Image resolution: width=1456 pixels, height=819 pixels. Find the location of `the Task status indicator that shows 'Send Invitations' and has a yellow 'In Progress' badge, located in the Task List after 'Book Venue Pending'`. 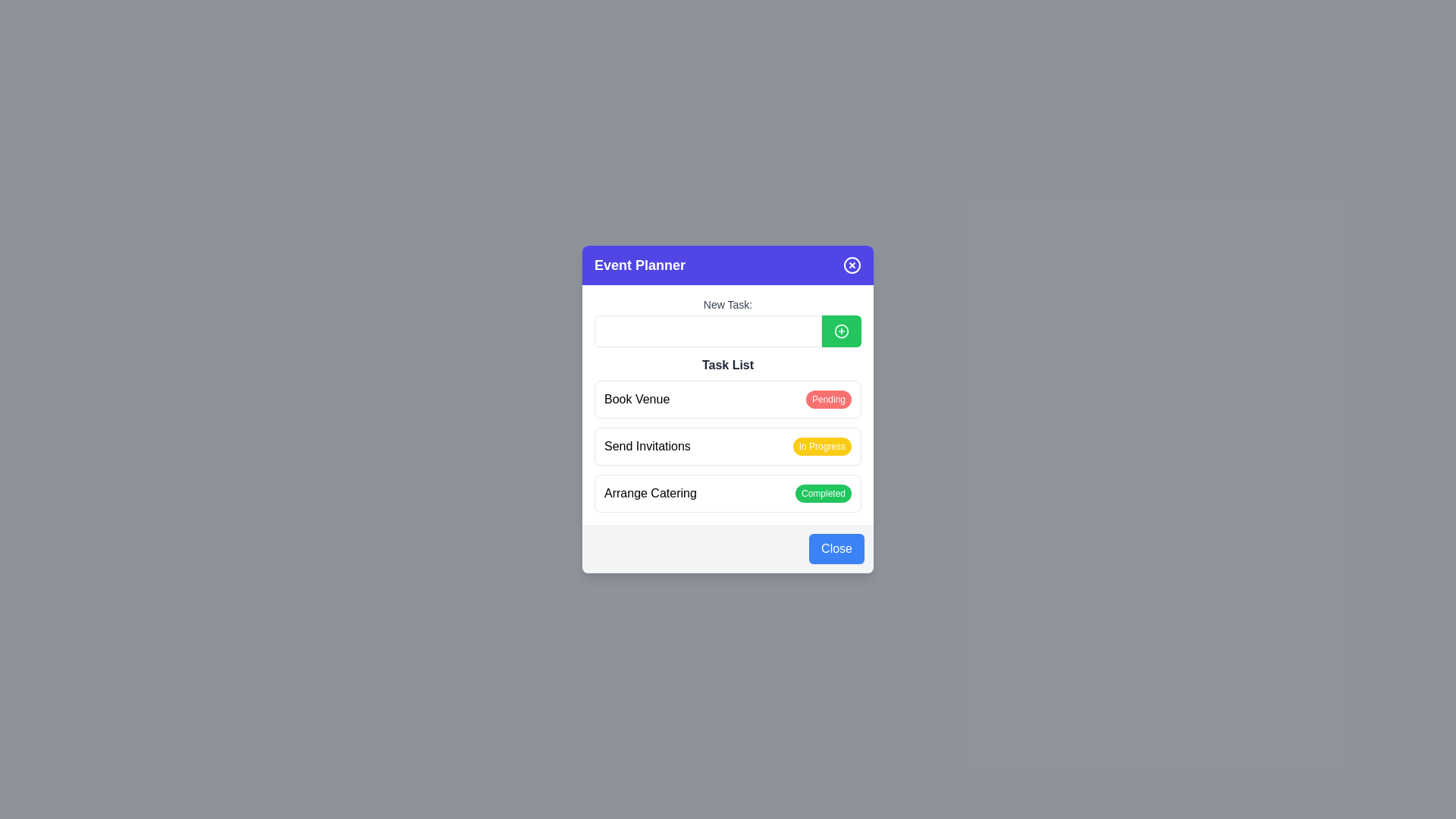

the Task status indicator that shows 'Send Invitations' and has a yellow 'In Progress' badge, located in the Task List after 'Book Venue Pending' is located at coordinates (728, 446).